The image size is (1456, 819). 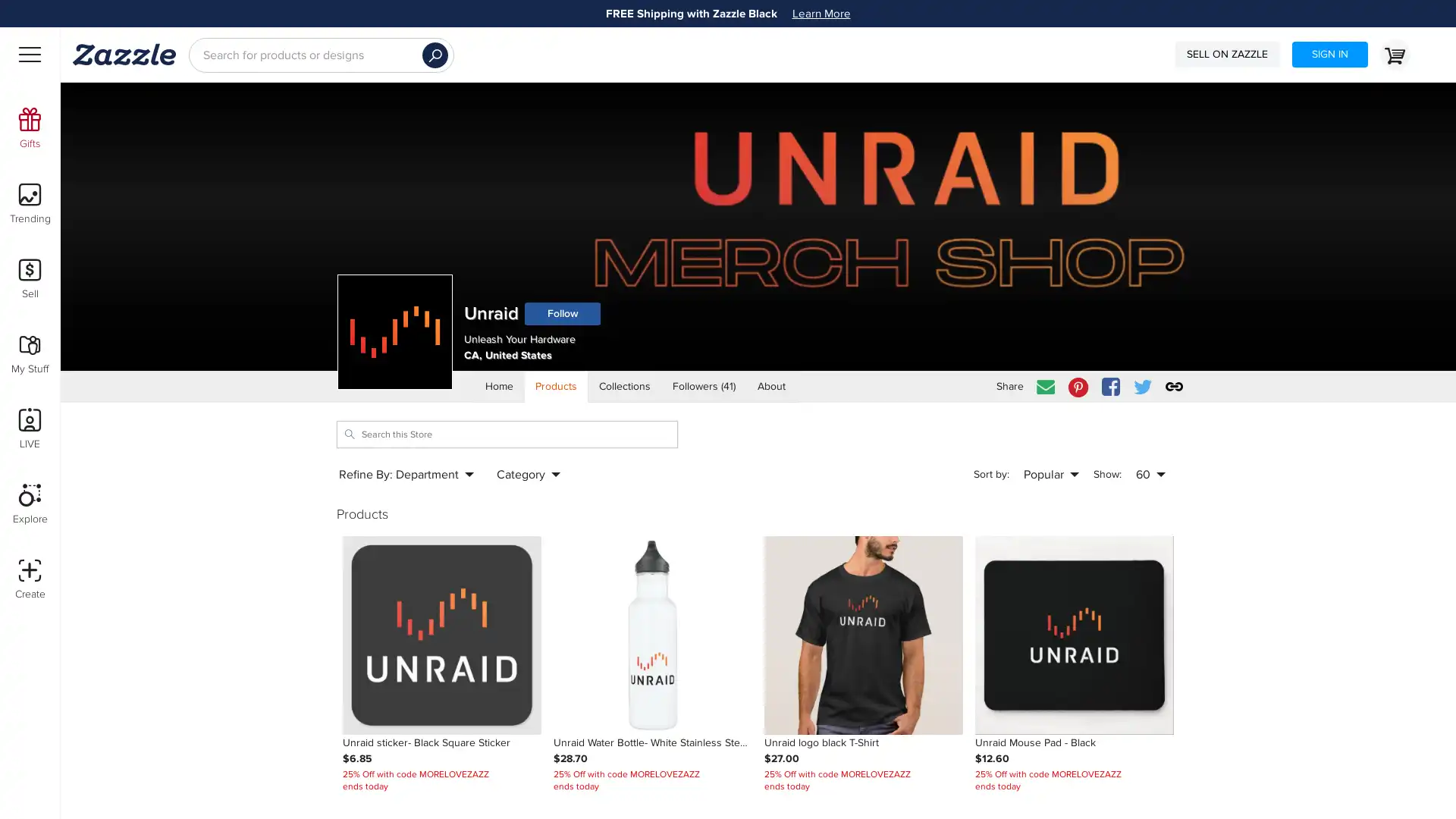 I want to click on SIGN IN, so click(x=1329, y=54).